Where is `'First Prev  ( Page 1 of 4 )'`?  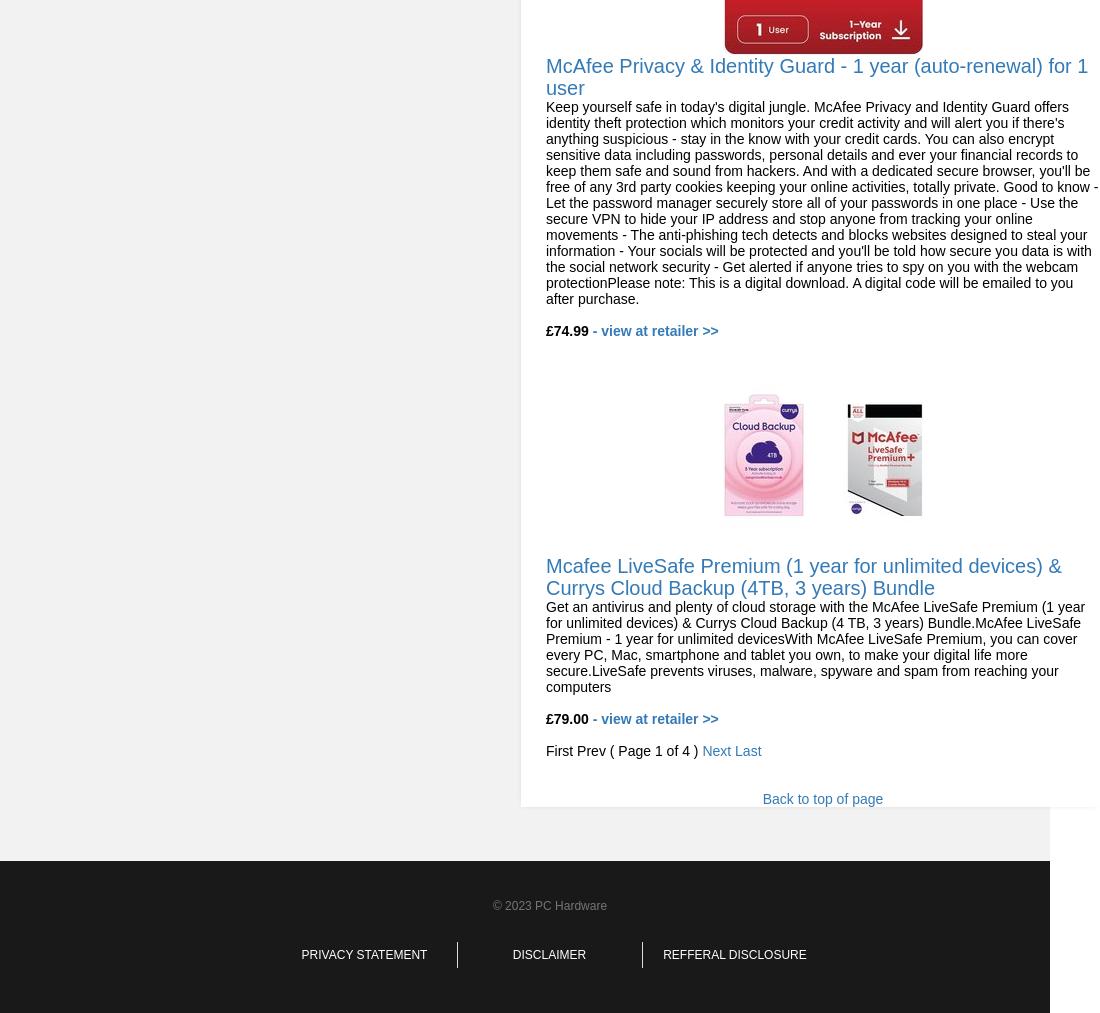
'First Prev  ( Page 1 of 4 )' is located at coordinates (624, 751).